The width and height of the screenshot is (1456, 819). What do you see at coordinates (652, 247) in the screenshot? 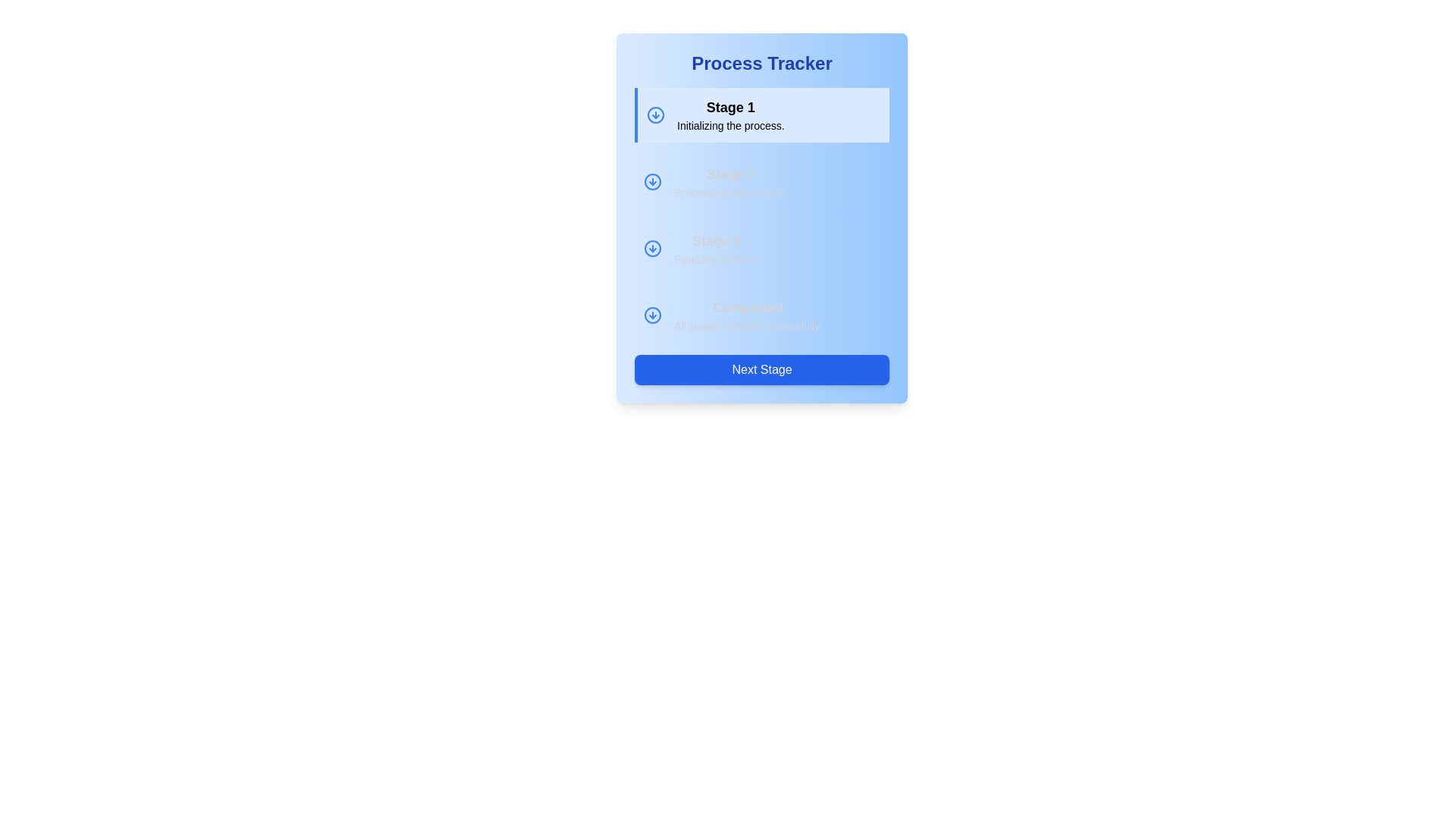
I see `the circular blue icon with a downward-pointing arrow, located to the left of the text 'Stage 3' in the 'Process Tracker' panel` at bounding box center [652, 247].